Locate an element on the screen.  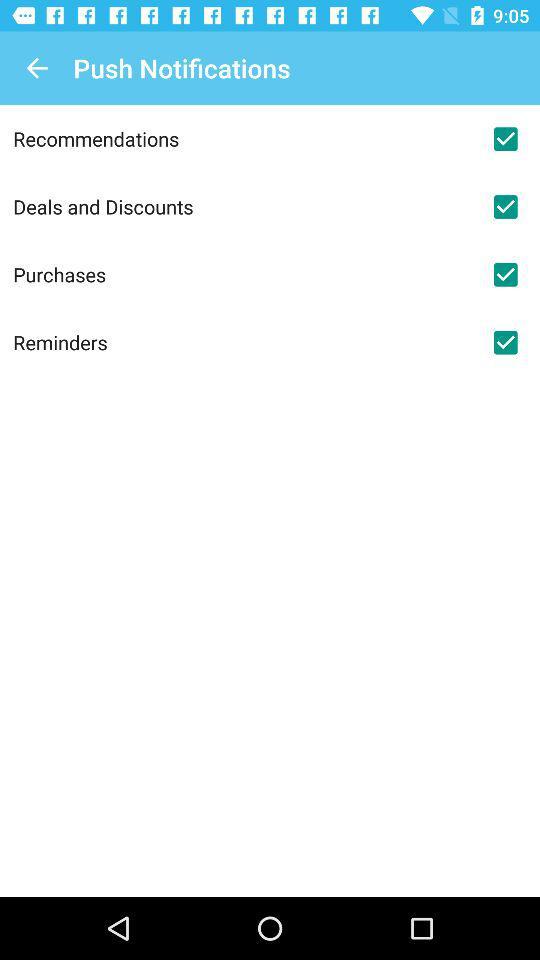
icon below the recommendations icon is located at coordinates (242, 206).